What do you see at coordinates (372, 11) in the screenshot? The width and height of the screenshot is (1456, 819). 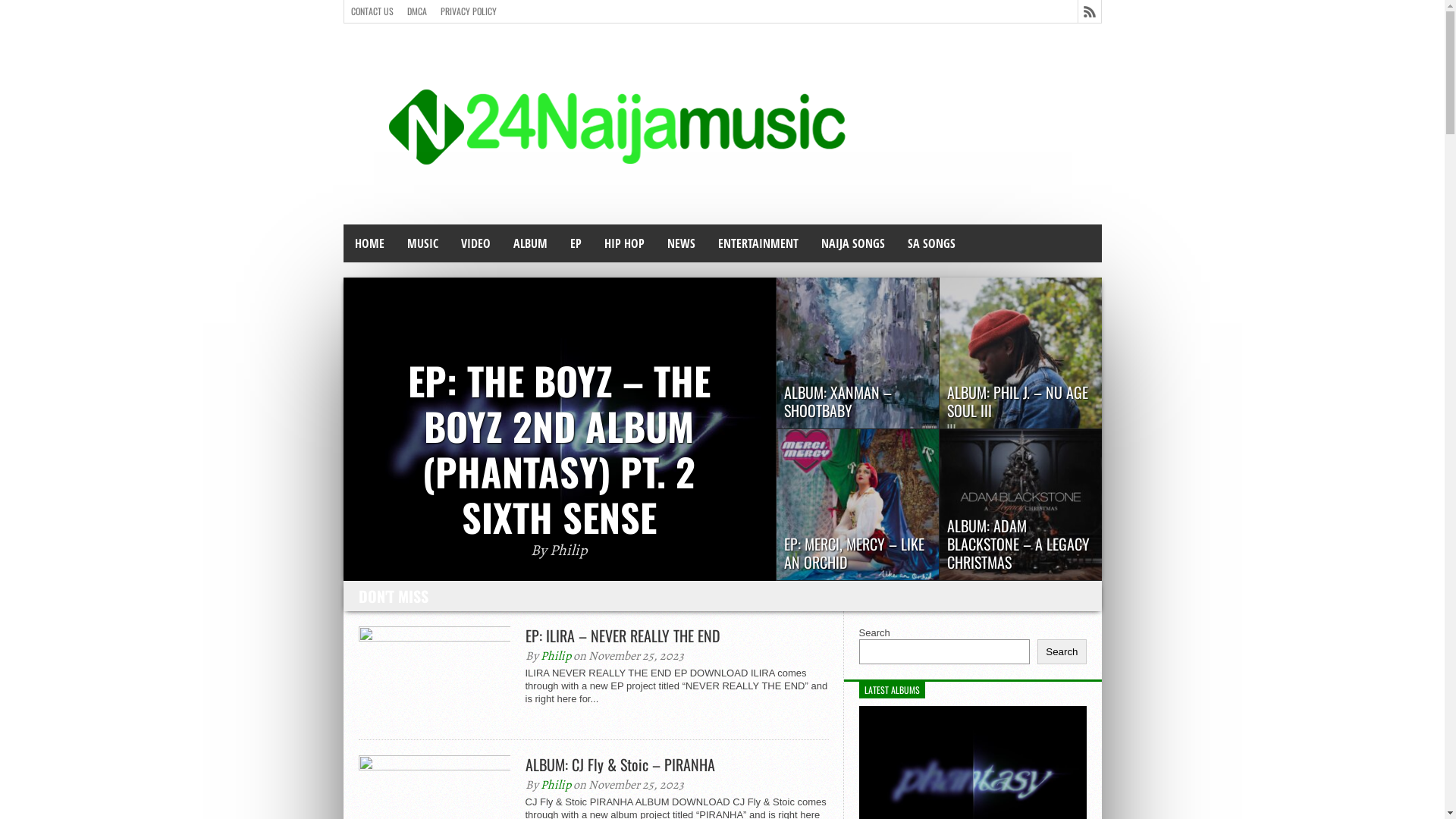 I see `'CONTACT US'` at bounding box center [372, 11].